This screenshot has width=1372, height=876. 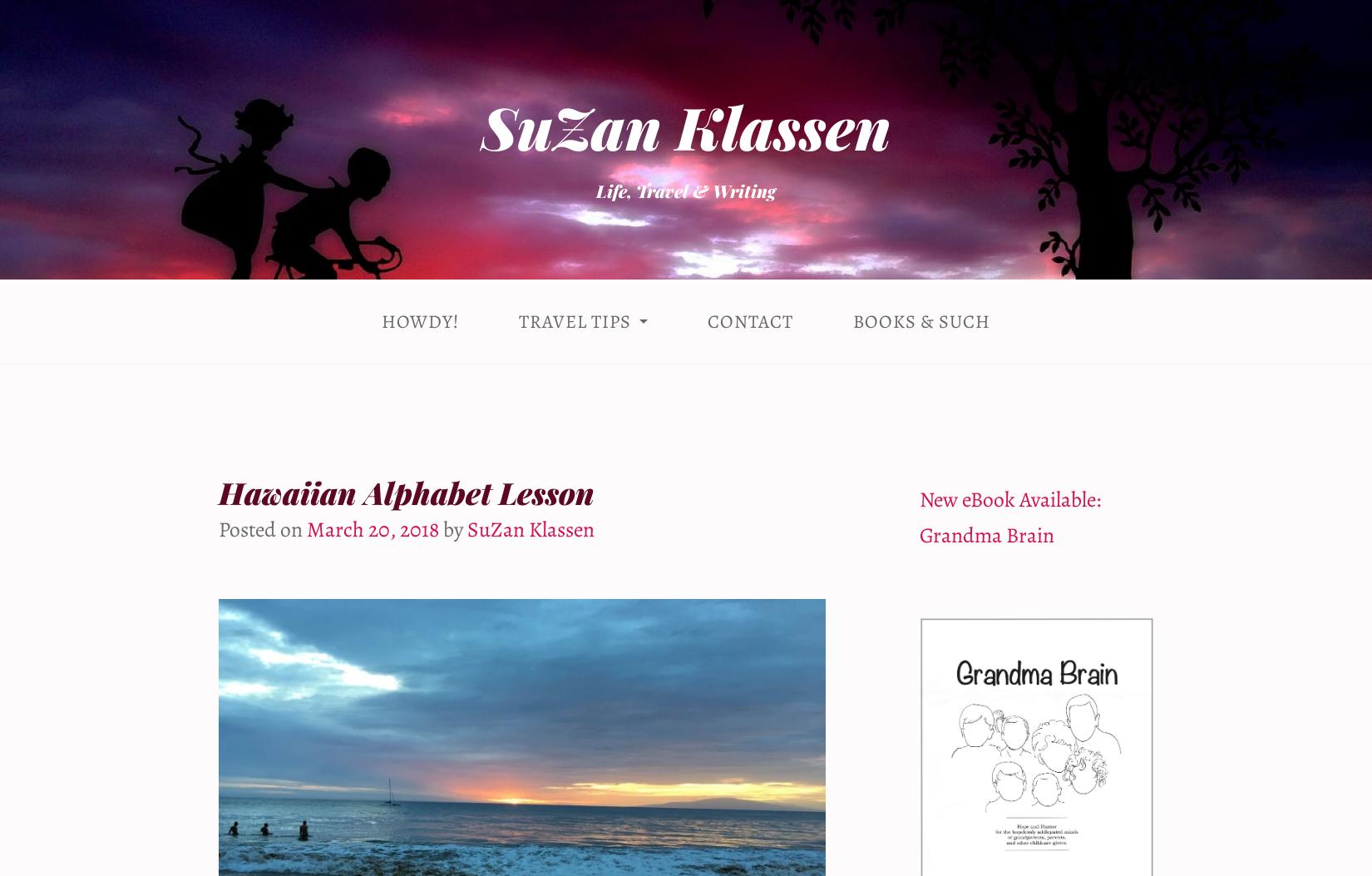 What do you see at coordinates (372, 527) in the screenshot?
I see `'March 20, 2018'` at bounding box center [372, 527].